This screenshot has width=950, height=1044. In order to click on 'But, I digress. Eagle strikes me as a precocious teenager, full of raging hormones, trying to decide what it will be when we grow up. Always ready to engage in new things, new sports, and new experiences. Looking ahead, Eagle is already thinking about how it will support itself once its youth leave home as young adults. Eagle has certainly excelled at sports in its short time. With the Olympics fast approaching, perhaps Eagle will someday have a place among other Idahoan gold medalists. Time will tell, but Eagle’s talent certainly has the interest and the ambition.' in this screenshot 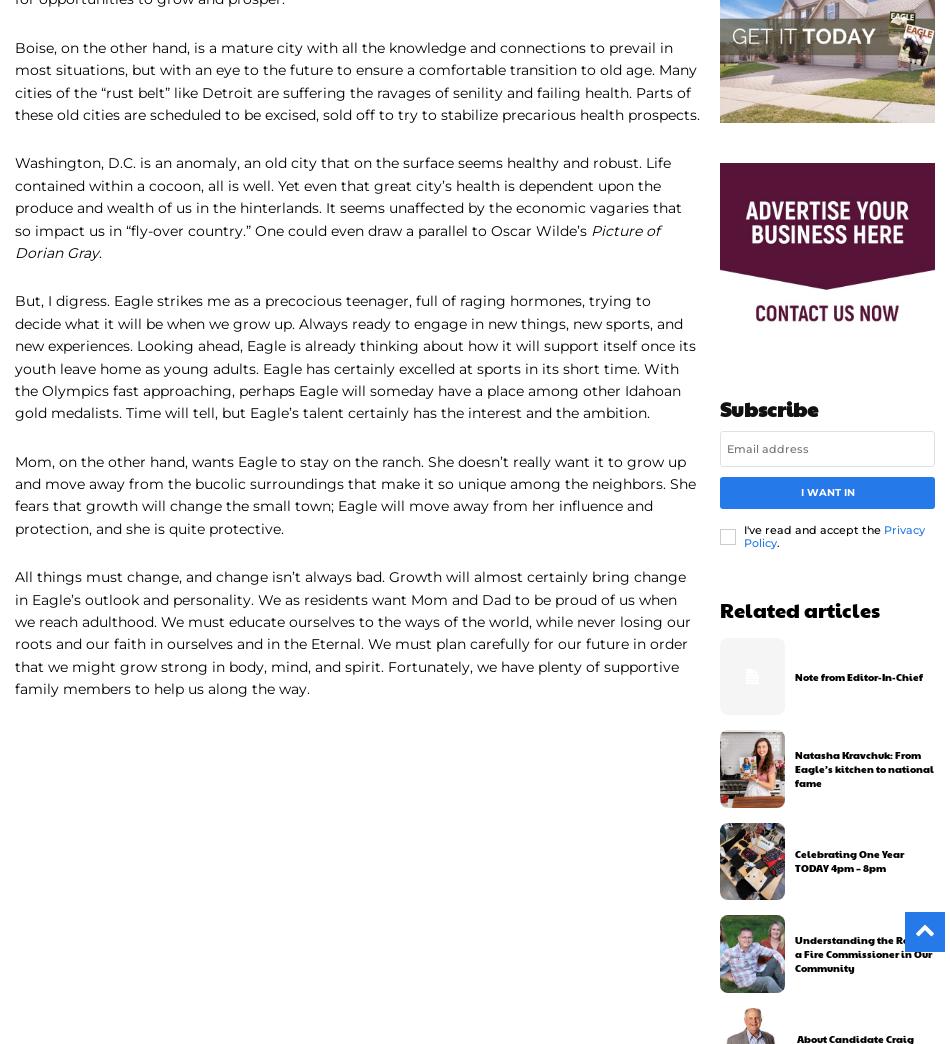, I will do `click(354, 357)`.